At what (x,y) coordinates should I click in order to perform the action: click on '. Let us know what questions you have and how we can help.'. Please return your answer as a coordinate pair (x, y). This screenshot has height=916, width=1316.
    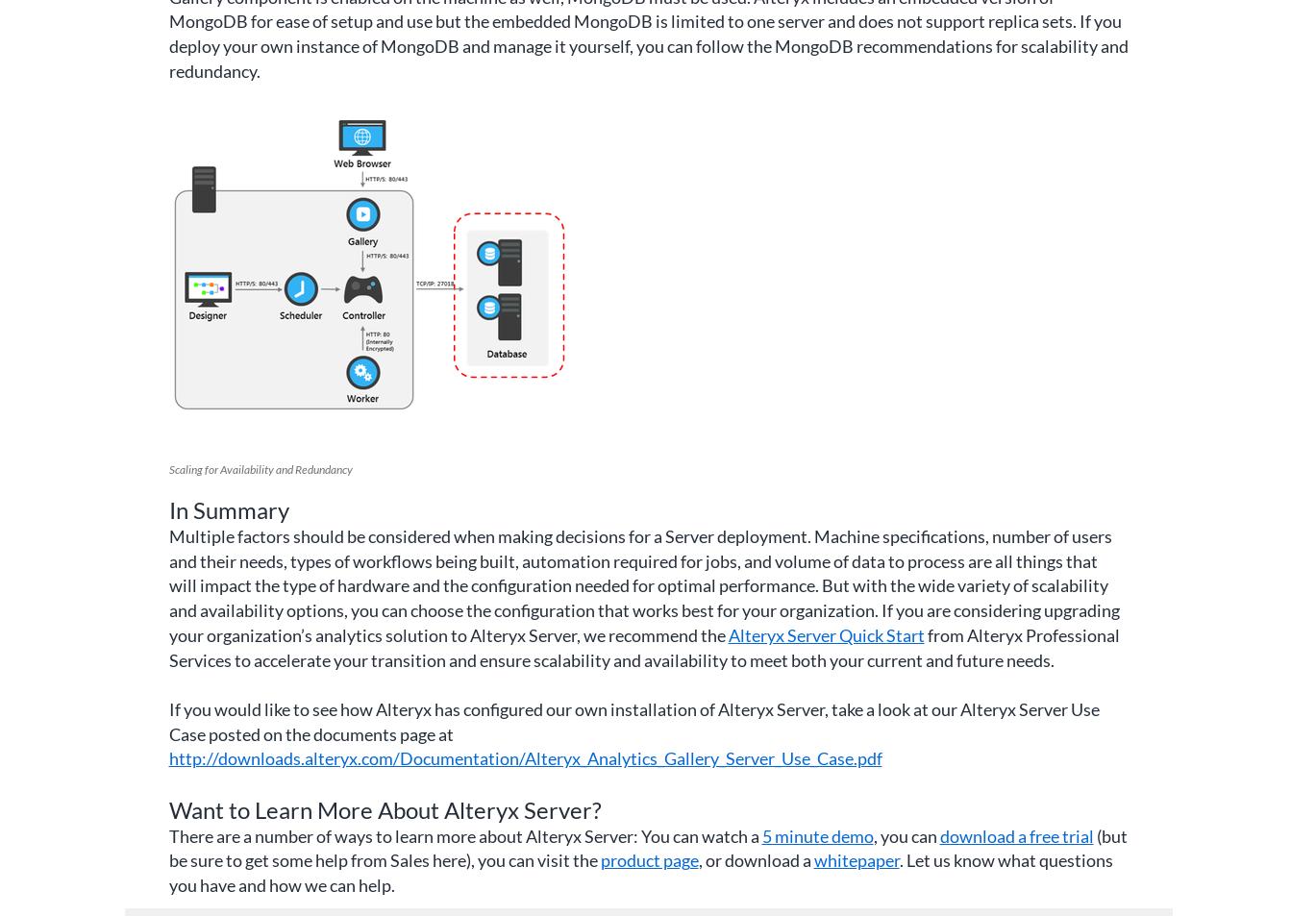
    Looking at the image, I should click on (640, 872).